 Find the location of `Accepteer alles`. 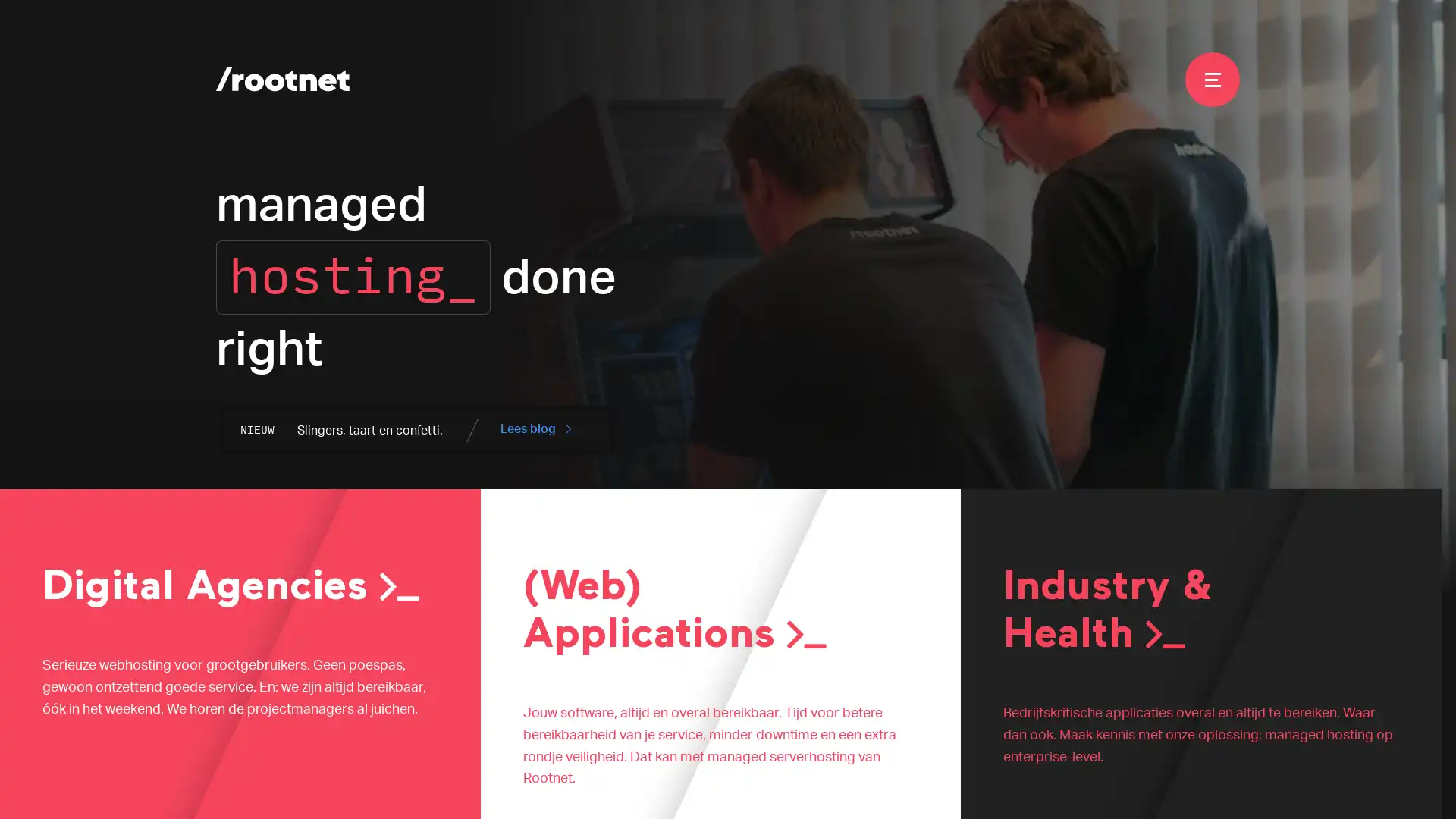

Accepteer alles is located at coordinates (1376, 788).